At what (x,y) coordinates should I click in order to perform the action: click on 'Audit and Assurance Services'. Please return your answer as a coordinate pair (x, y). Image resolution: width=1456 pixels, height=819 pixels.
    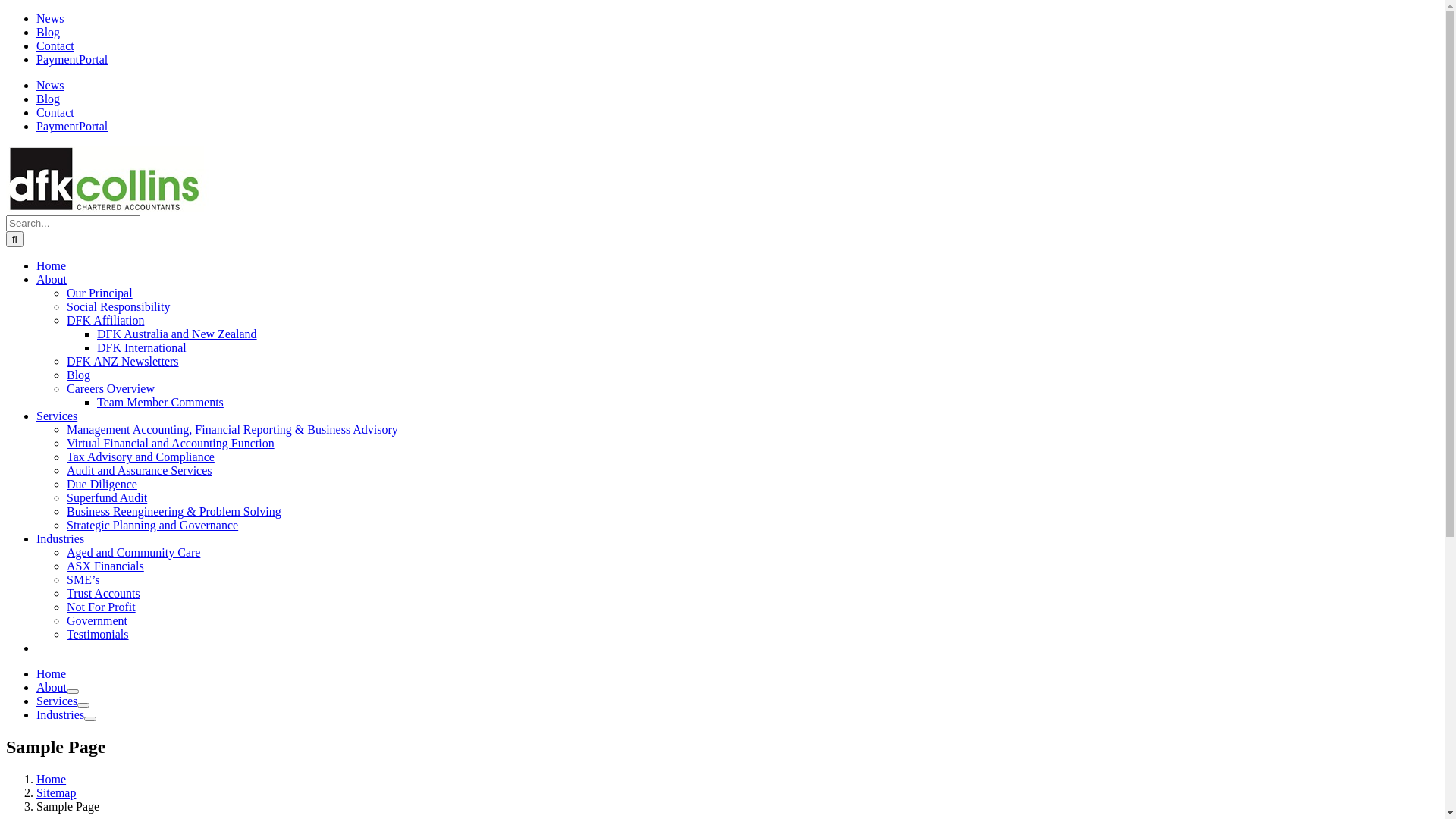
    Looking at the image, I should click on (139, 469).